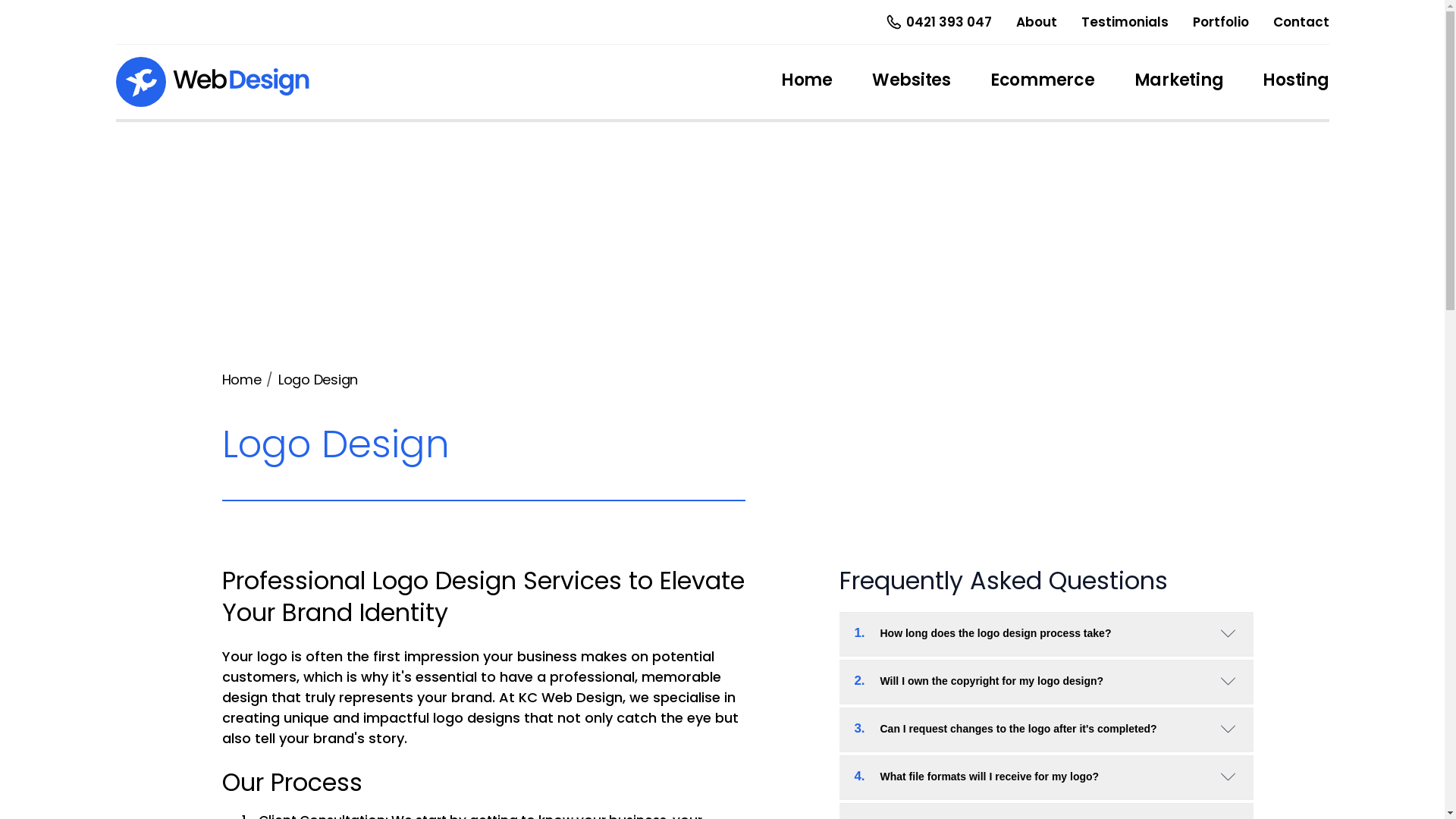 The height and width of the screenshot is (819, 1456). I want to click on 'About', so click(1036, 21).